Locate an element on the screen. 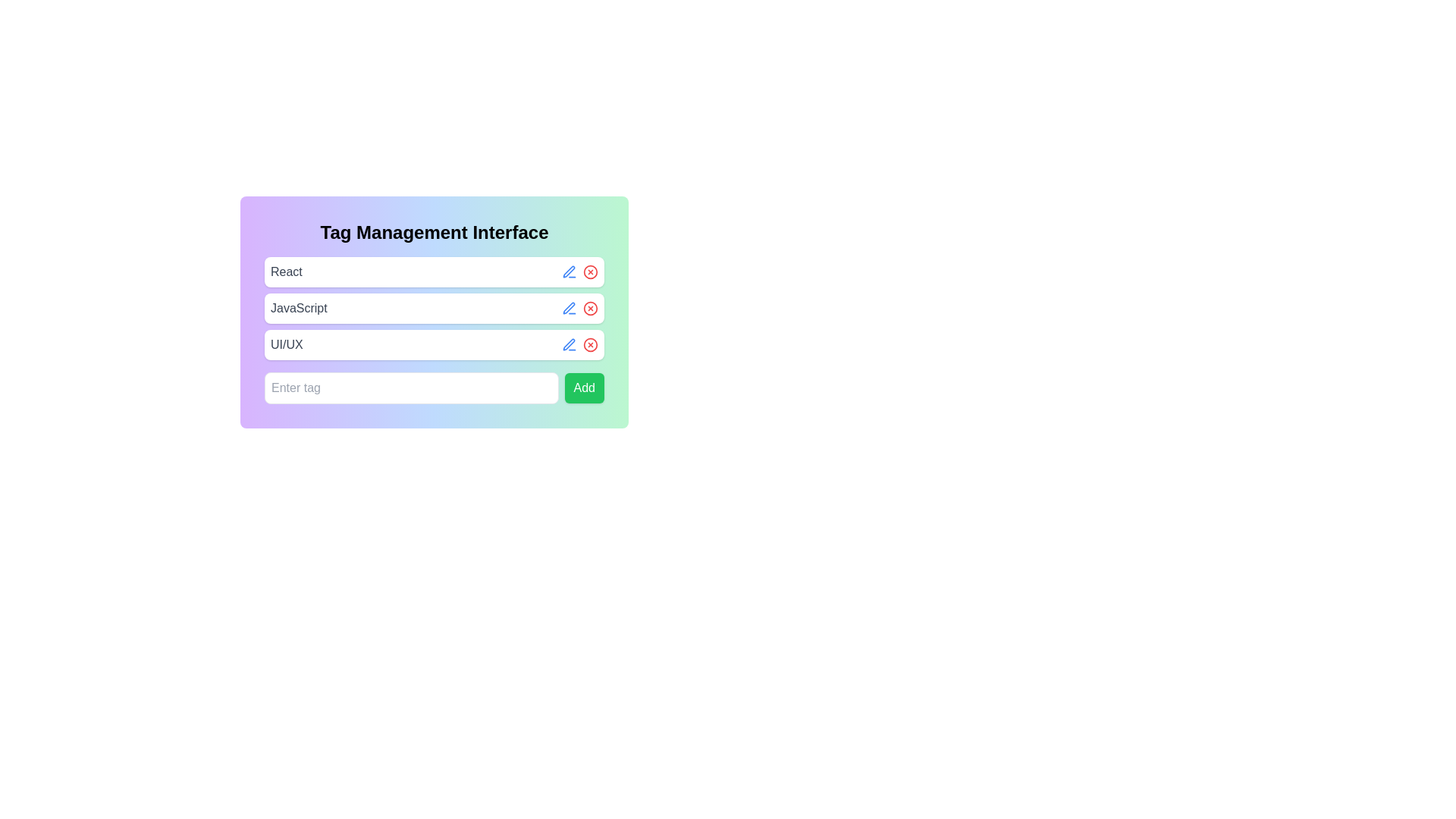  the edit icon associated with the 'JavaScript' text field is located at coordinates (568, 271).